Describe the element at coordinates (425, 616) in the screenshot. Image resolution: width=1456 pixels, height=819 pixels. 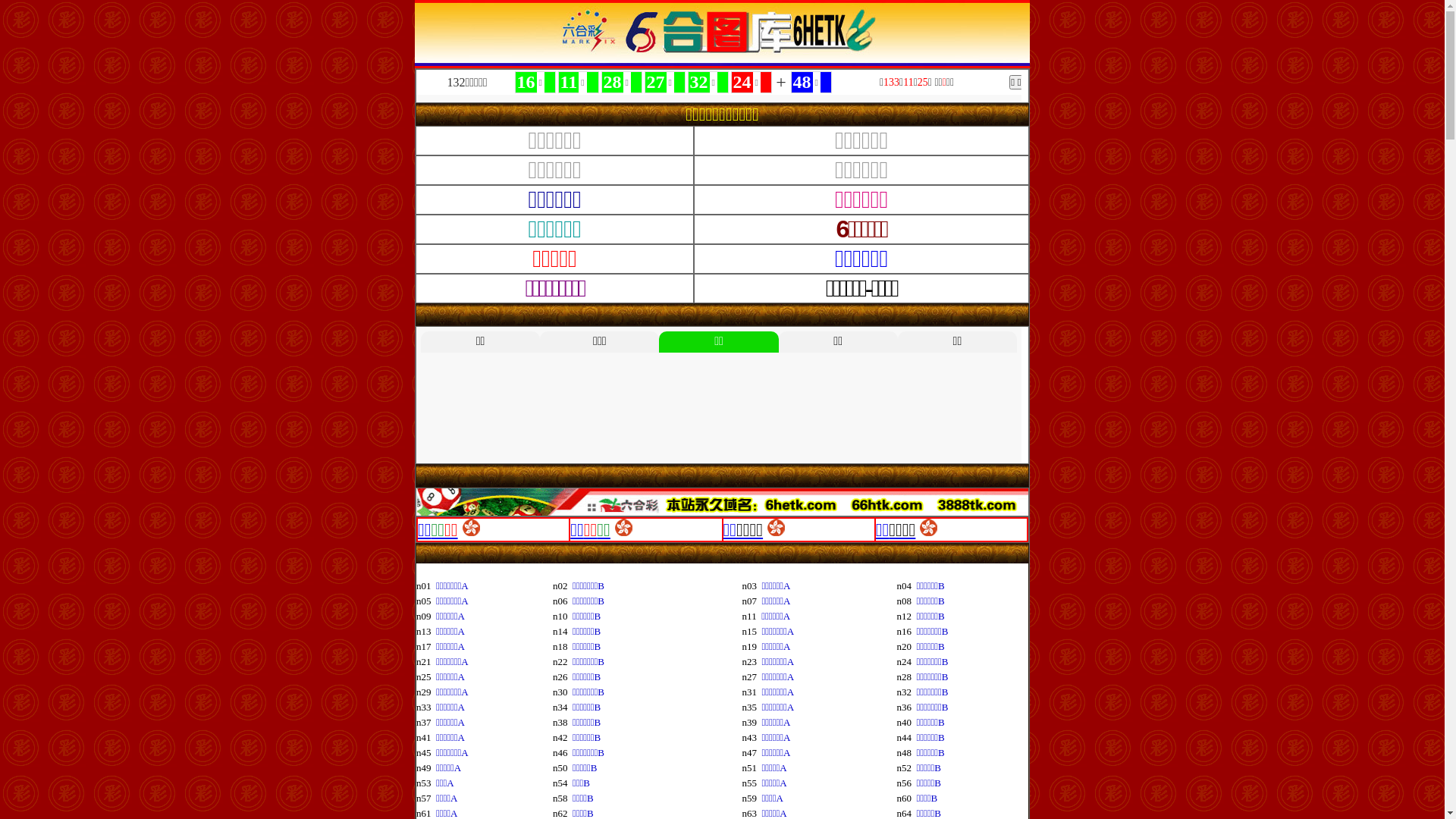
I see `'n09 '` at that location.